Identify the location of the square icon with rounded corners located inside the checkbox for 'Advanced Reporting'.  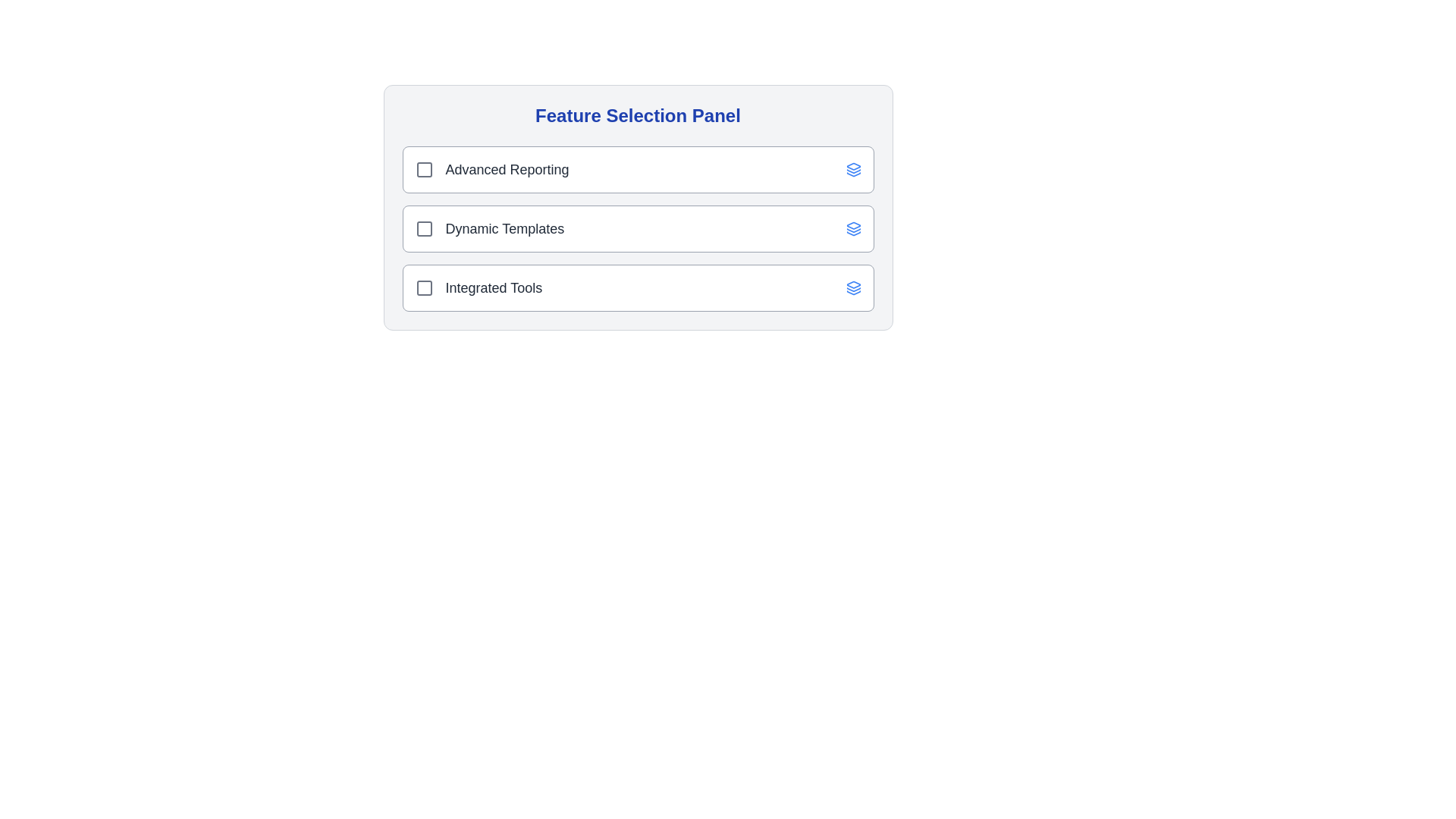
(424, 169).